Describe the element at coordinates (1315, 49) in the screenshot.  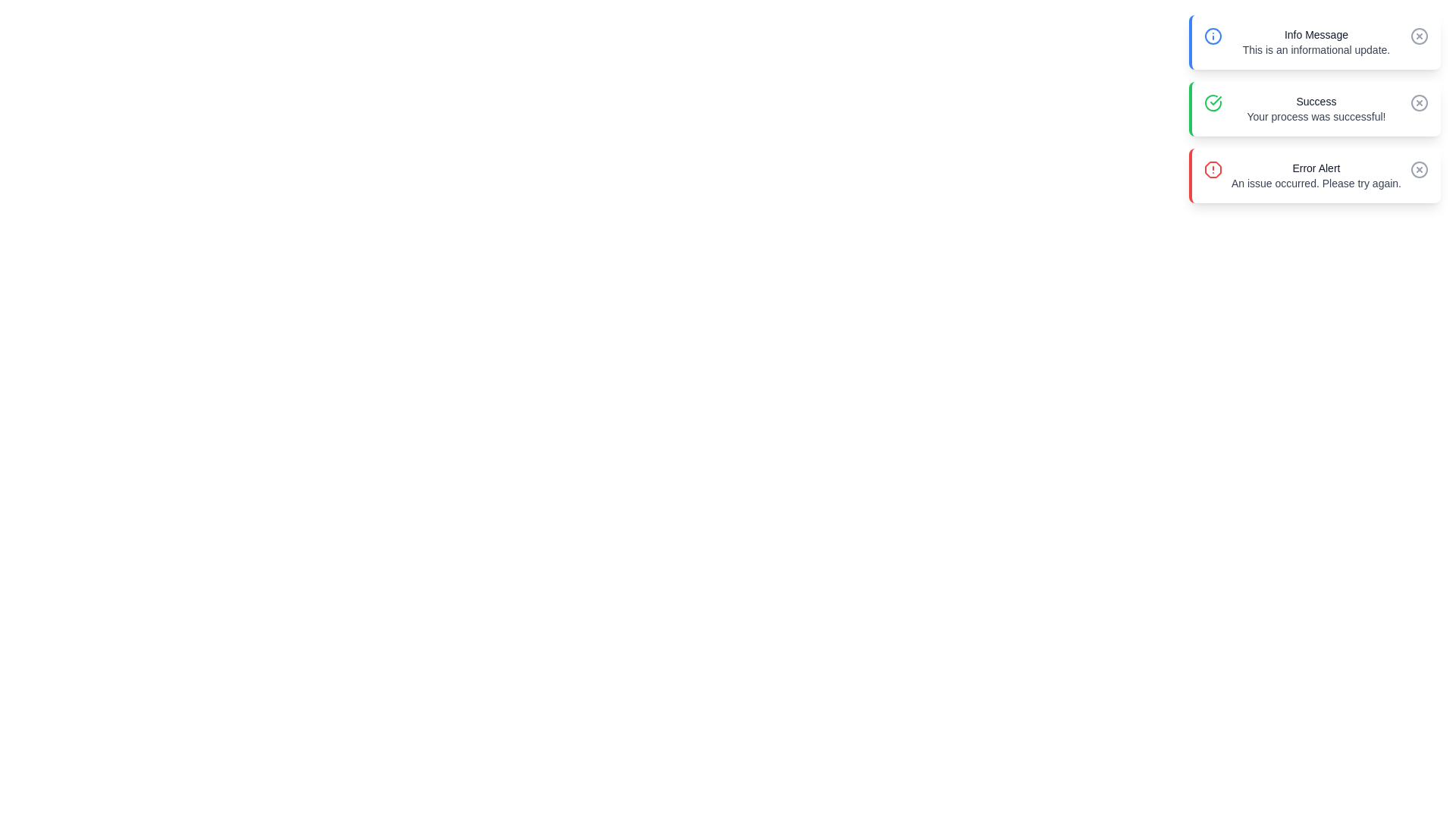
I see `the Text Label that provides additional information about the notification titled 'Info Message', located beneath it in the notification group` at that location.